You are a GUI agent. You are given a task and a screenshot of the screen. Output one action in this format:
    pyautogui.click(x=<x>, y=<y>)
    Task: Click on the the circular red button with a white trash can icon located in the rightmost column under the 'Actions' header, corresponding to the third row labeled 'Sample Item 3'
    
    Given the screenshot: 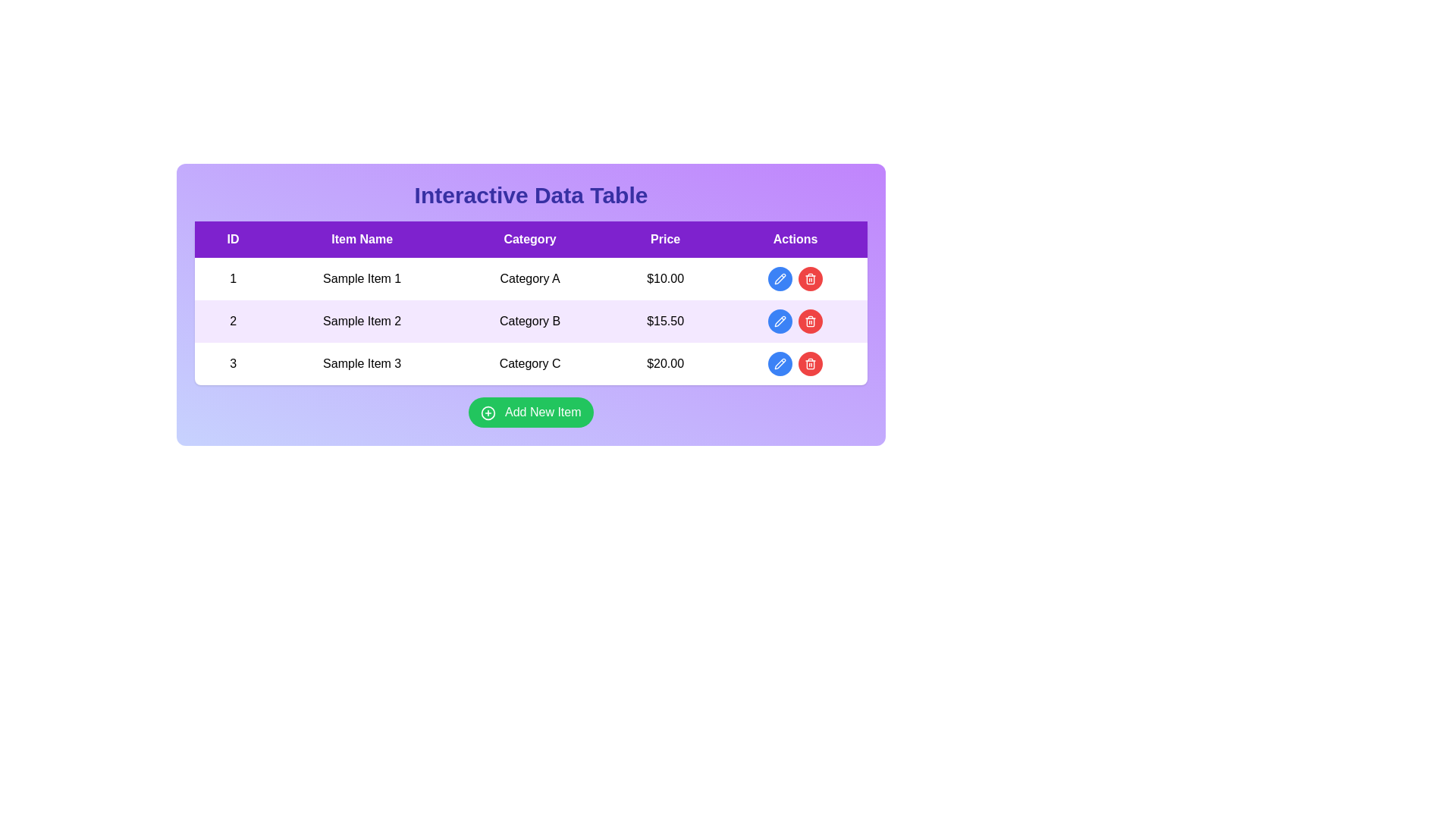 What is the action you would take?
    pyautogui.click(x=810, y=363)
    